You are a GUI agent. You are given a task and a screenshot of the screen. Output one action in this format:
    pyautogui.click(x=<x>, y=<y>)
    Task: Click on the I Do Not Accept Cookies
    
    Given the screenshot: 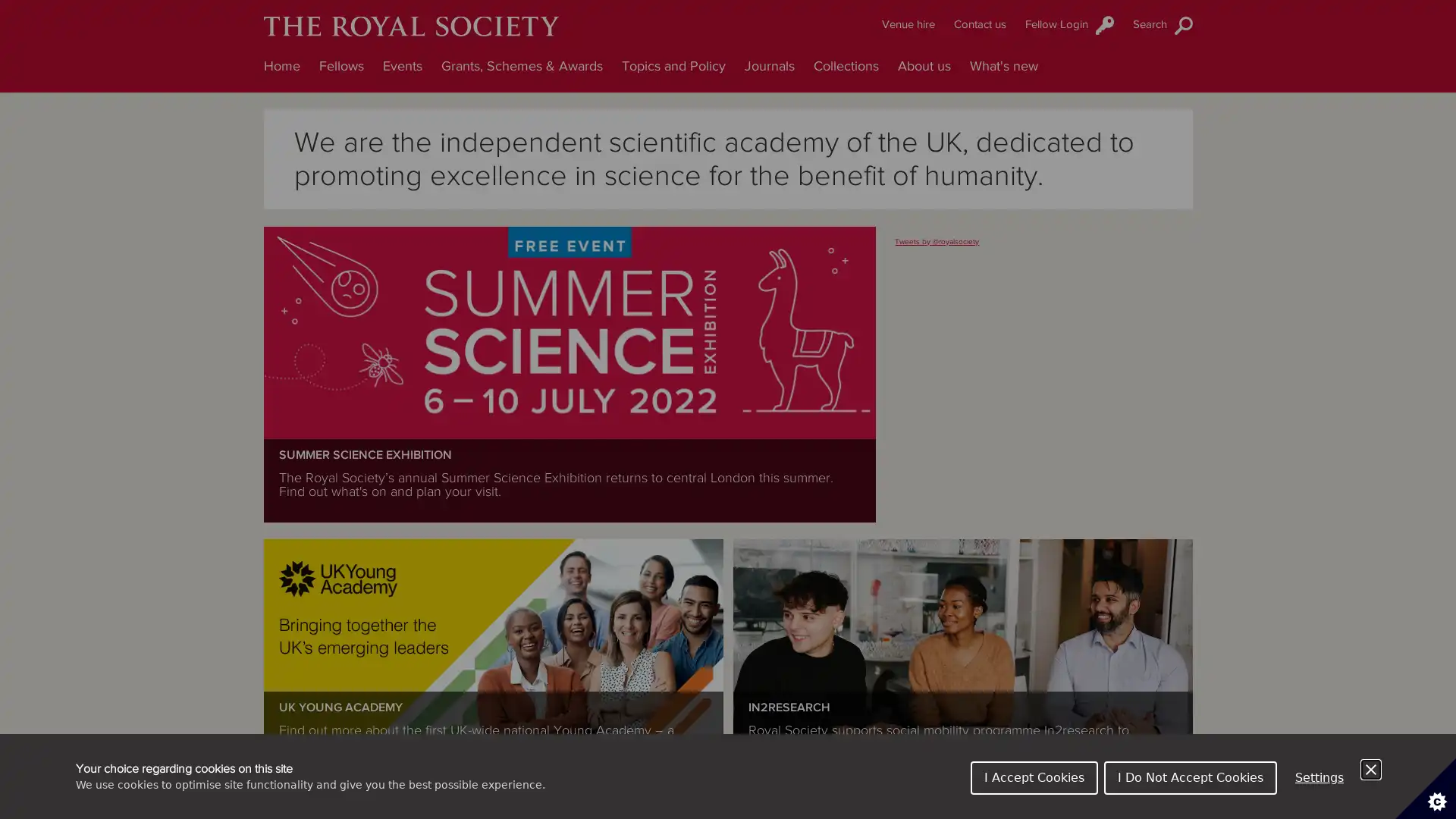 What is the action you would take?
    pyautogui.click(x=1189, y=778)
    